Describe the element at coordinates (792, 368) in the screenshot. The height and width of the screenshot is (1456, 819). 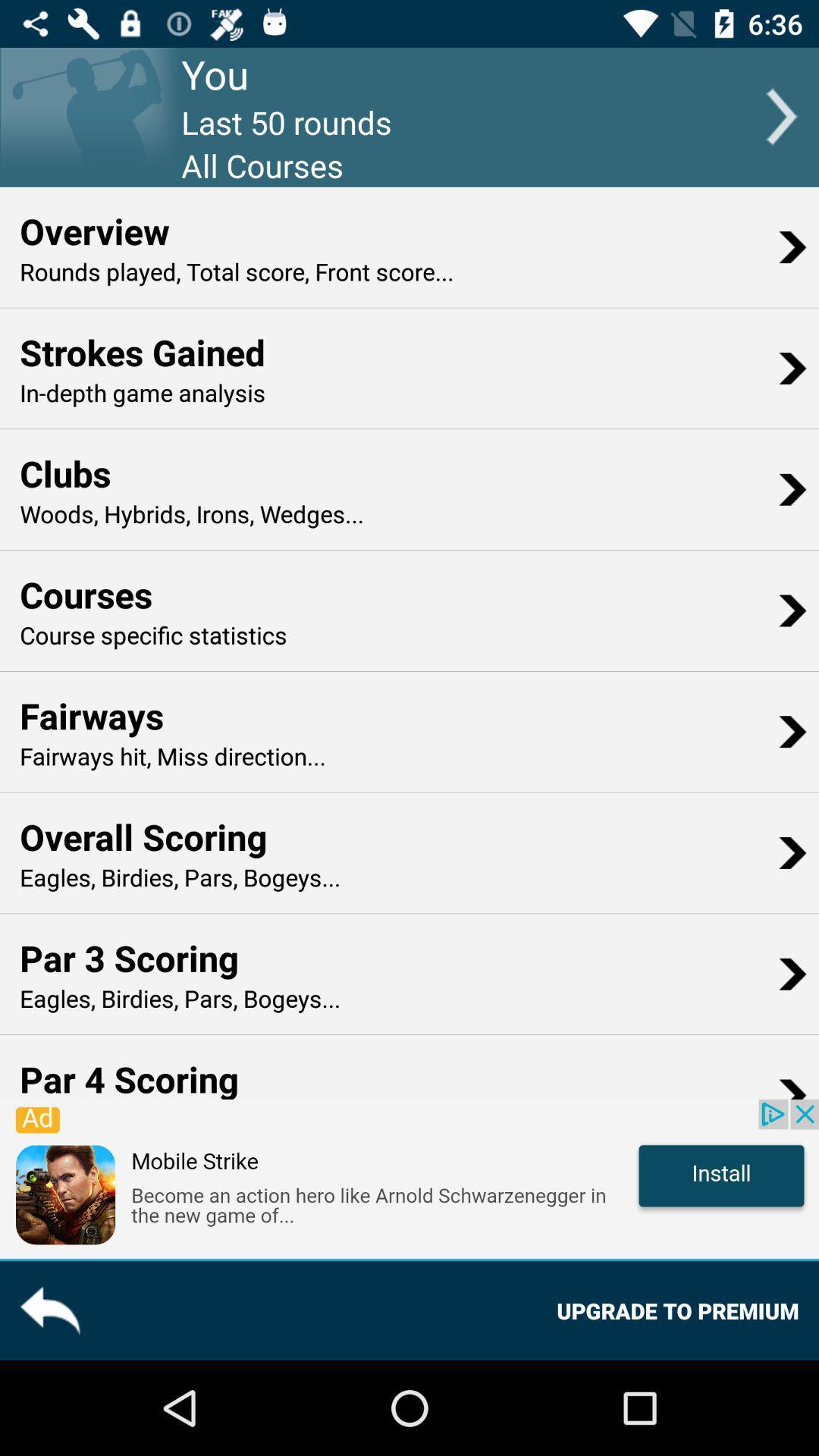
I see `right strokes gained` at that location.